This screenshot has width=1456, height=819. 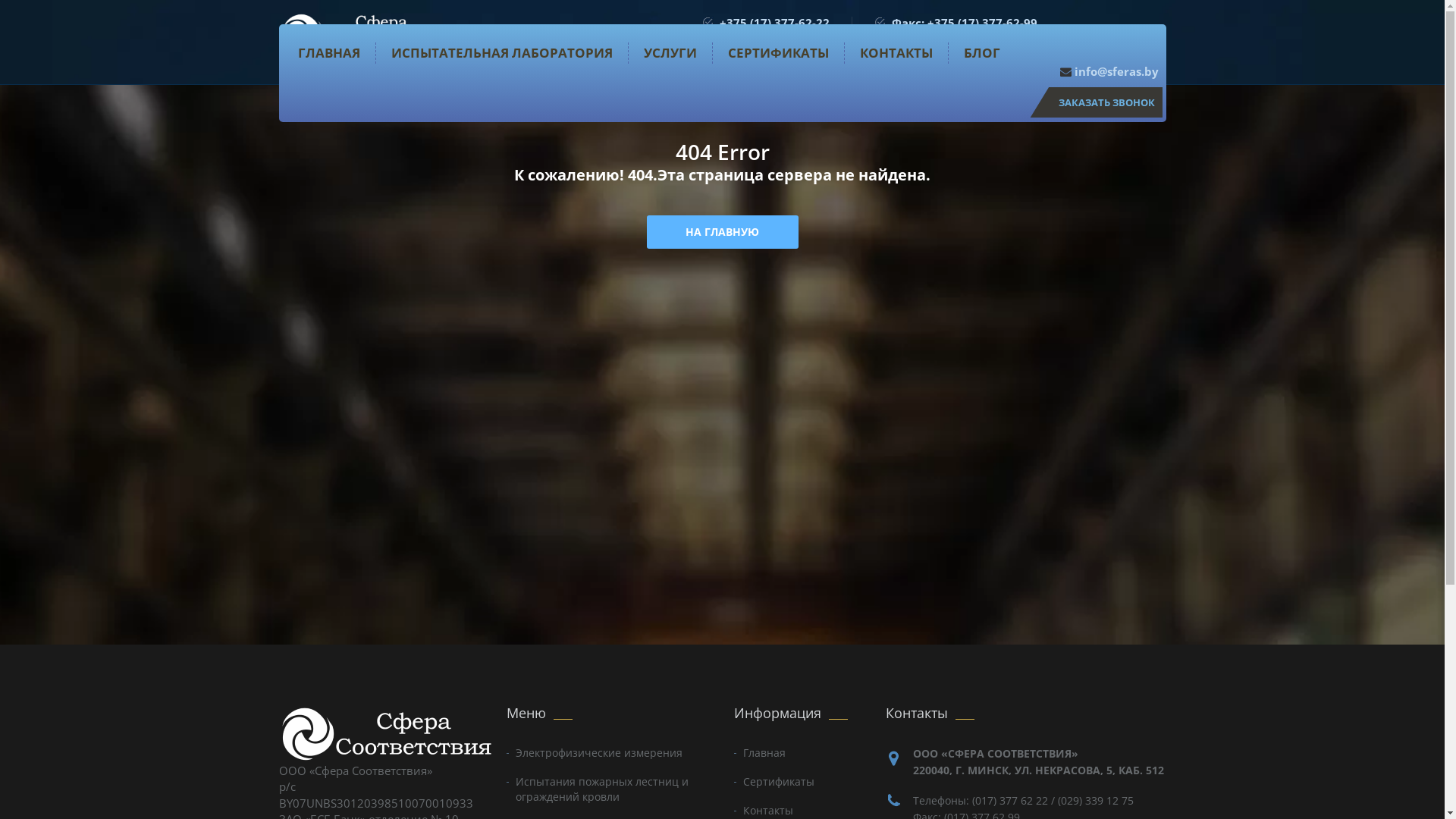 What do you see at coordinates (773, 37) in the screenshot?
I see `'+375 (33) 335-49-31'` at bounding box center [773, 37].